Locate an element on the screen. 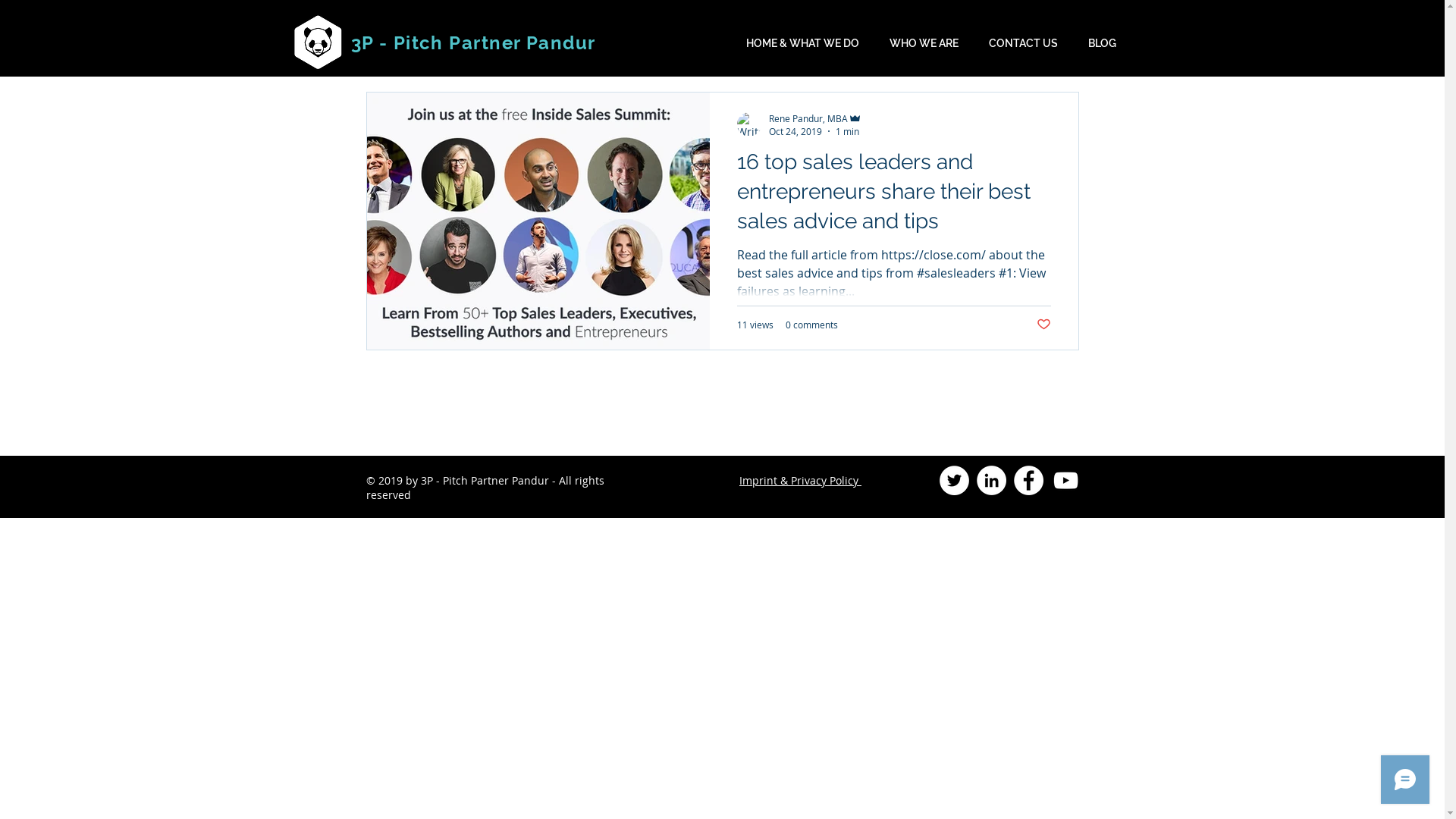 The width and height of the screenshot is (1456, 819). 'WHO WE ARE' is located at coordinates (923, 42).